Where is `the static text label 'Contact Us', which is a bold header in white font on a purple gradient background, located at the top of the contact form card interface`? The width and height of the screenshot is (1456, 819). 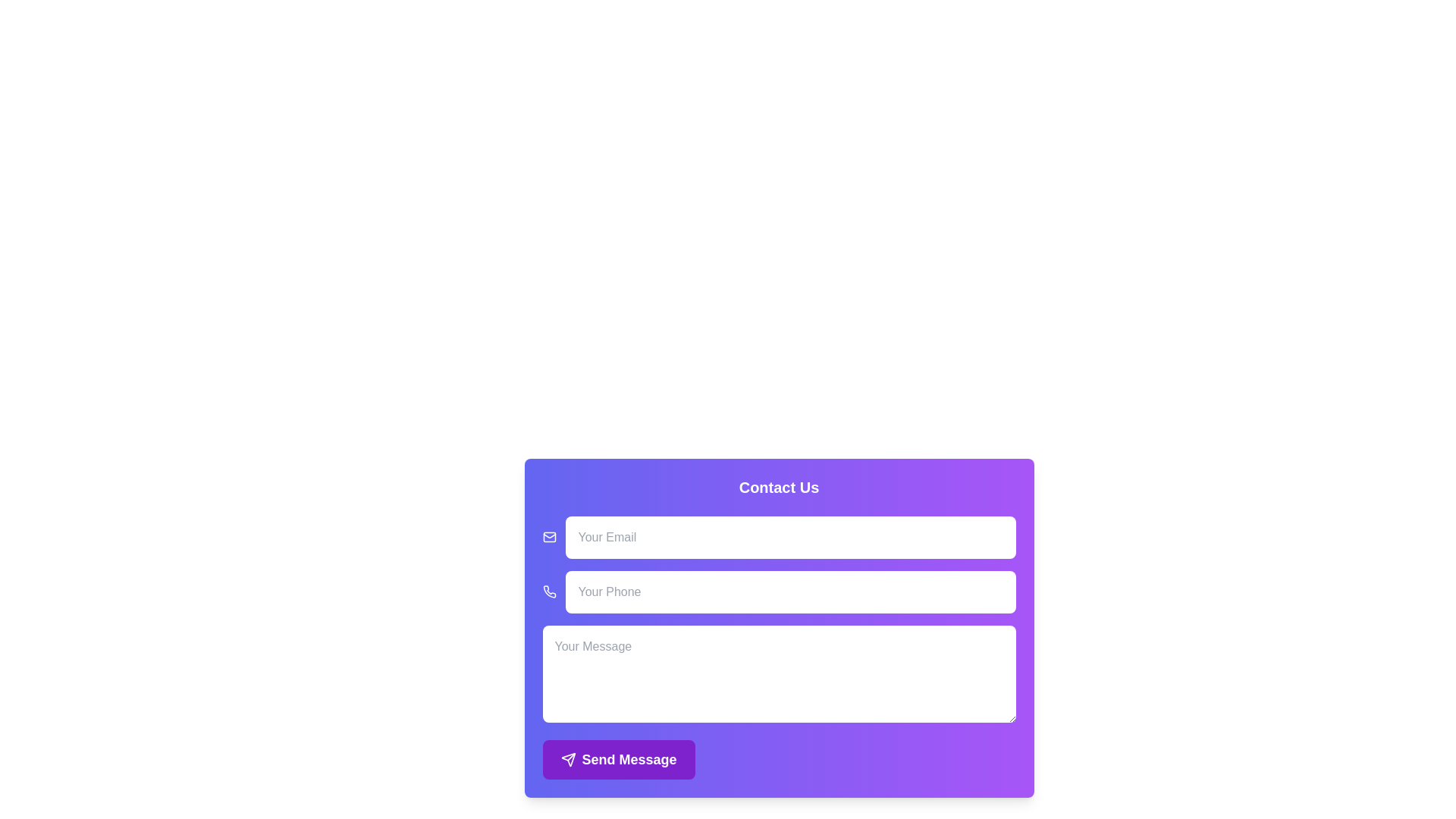
the static text label 'Contact Us', which is a bold header in white font on a purple gradient background, located at the top of the contact form card interface is located at coordinates (779, 488).